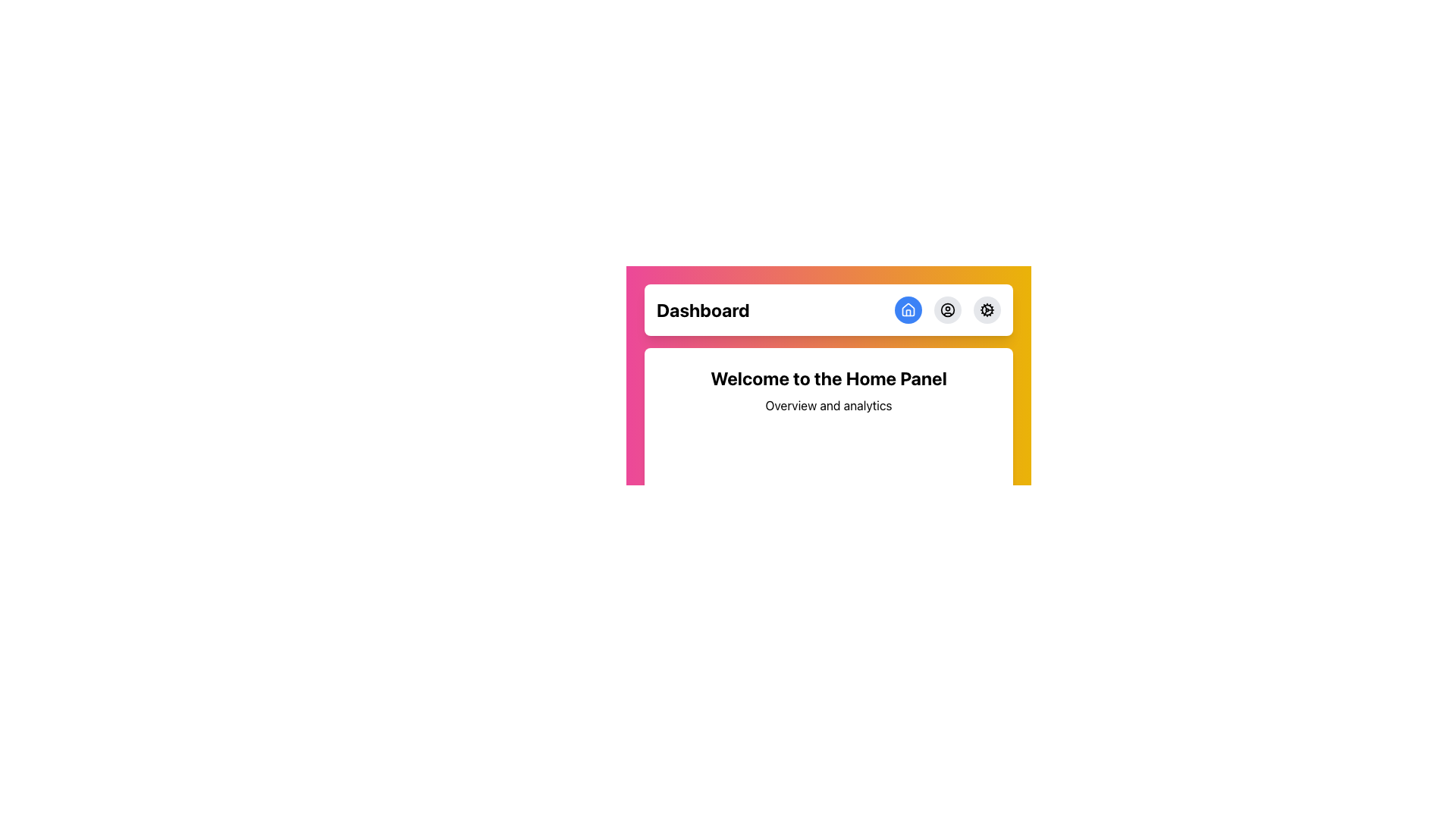  What do you see at coordinates (987, 309) in the screenshot?
I see `the circular settings button with a cog icon` at bounding box center [987, 309].